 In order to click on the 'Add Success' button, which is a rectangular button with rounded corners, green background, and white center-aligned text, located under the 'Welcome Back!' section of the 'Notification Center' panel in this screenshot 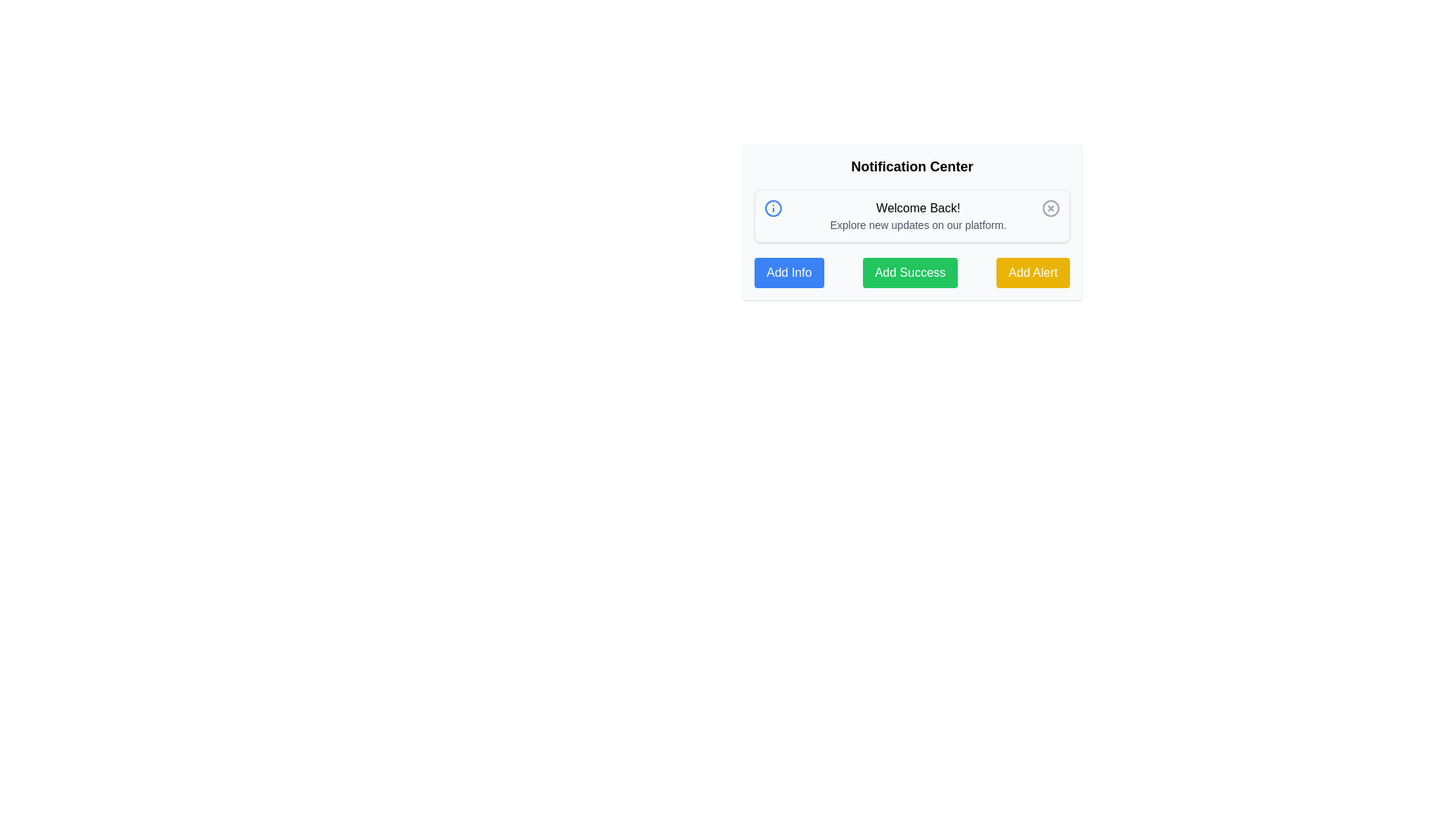, I will do `click(910, 271)`.